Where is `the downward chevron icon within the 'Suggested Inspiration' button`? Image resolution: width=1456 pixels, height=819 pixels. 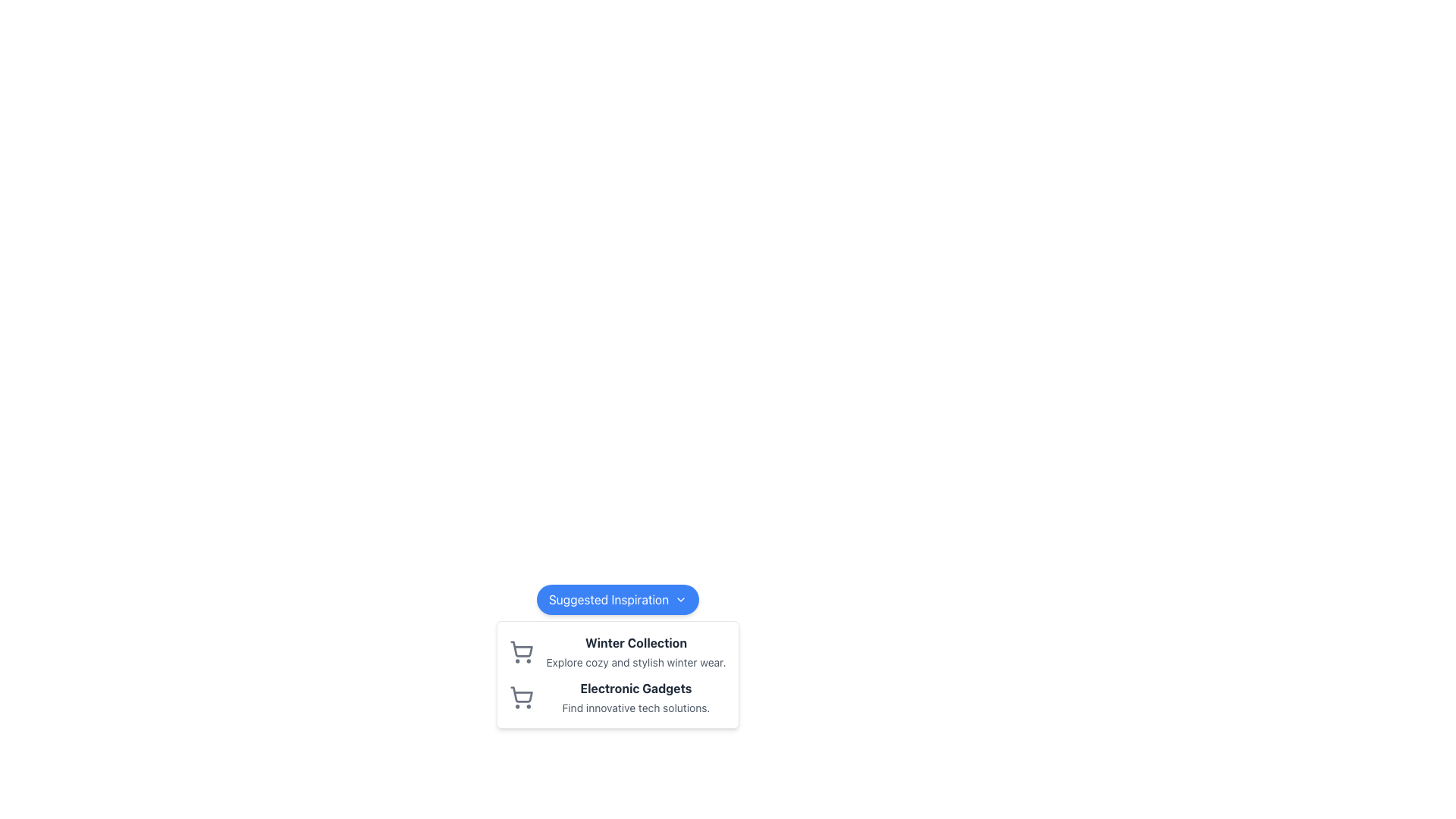
the downward chevron icon within the 'Suggested Inspiration' button is located at coordinates (680, 598).